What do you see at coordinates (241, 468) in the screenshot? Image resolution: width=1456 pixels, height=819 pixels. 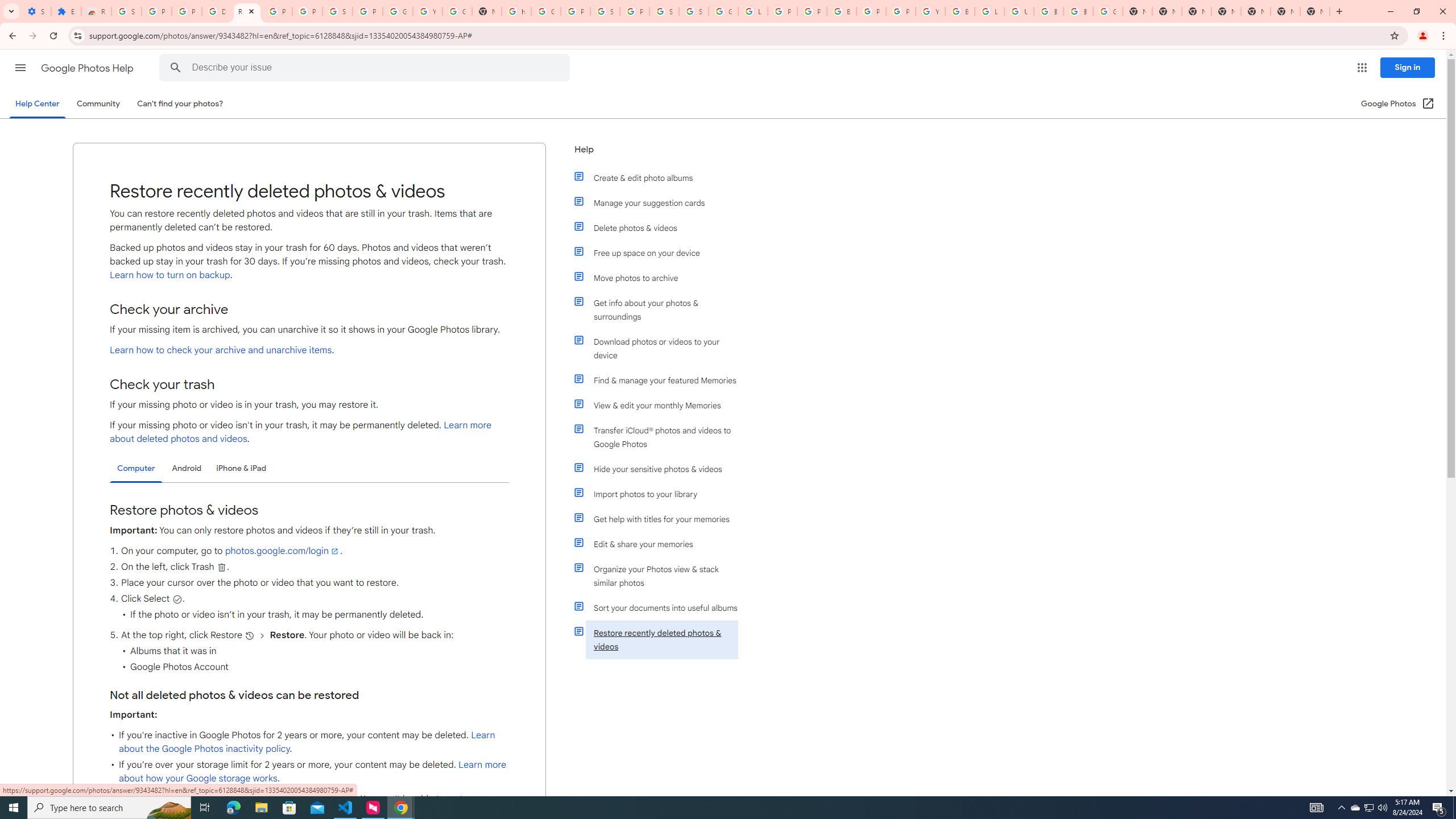 I see `'iPhone & iPad'` at bounding box center [241, 468].